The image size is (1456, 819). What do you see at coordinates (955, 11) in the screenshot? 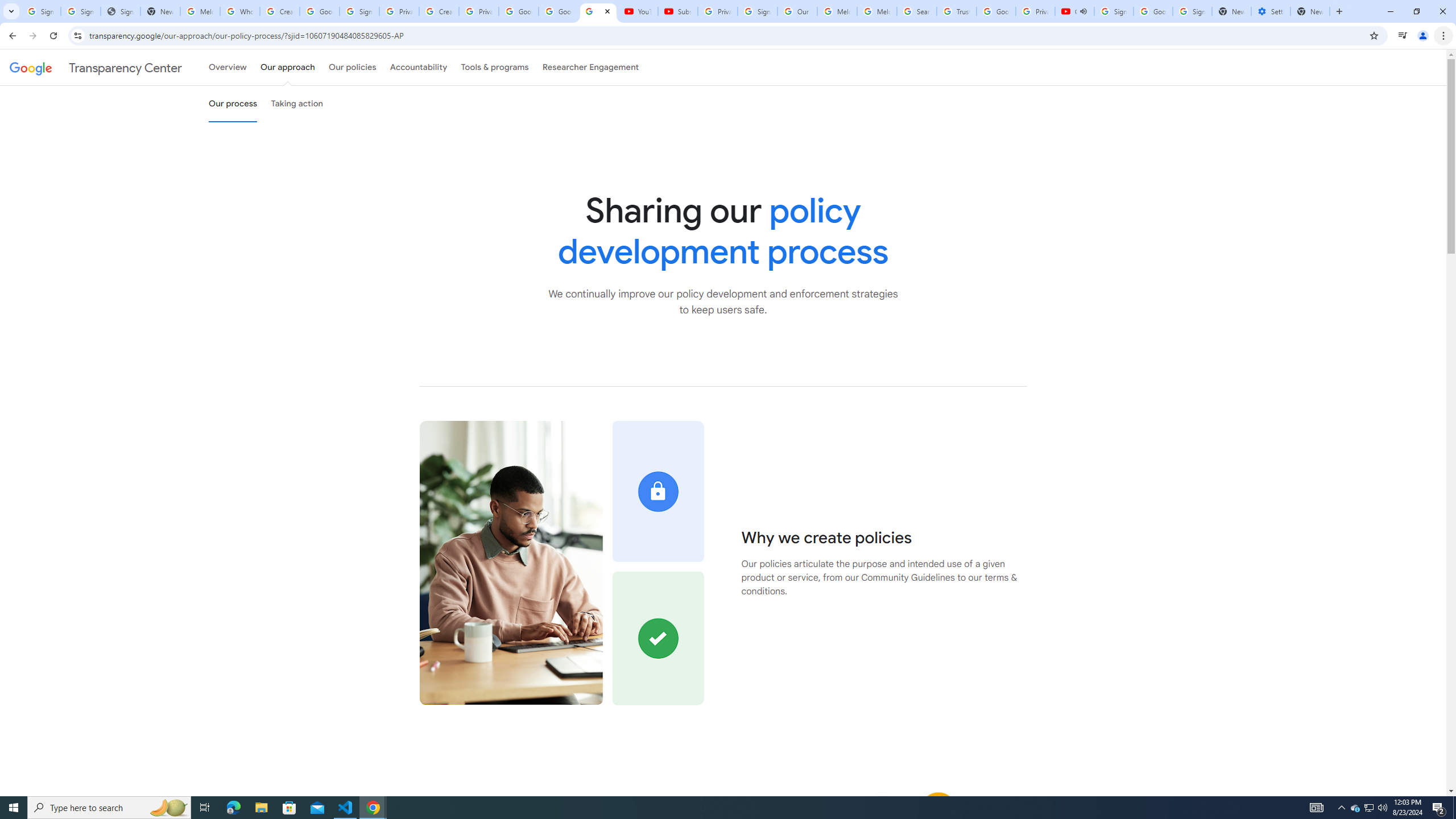
I see `'Trusted Information and Content - Google Safety Center'` at bounding box center [955, 11].